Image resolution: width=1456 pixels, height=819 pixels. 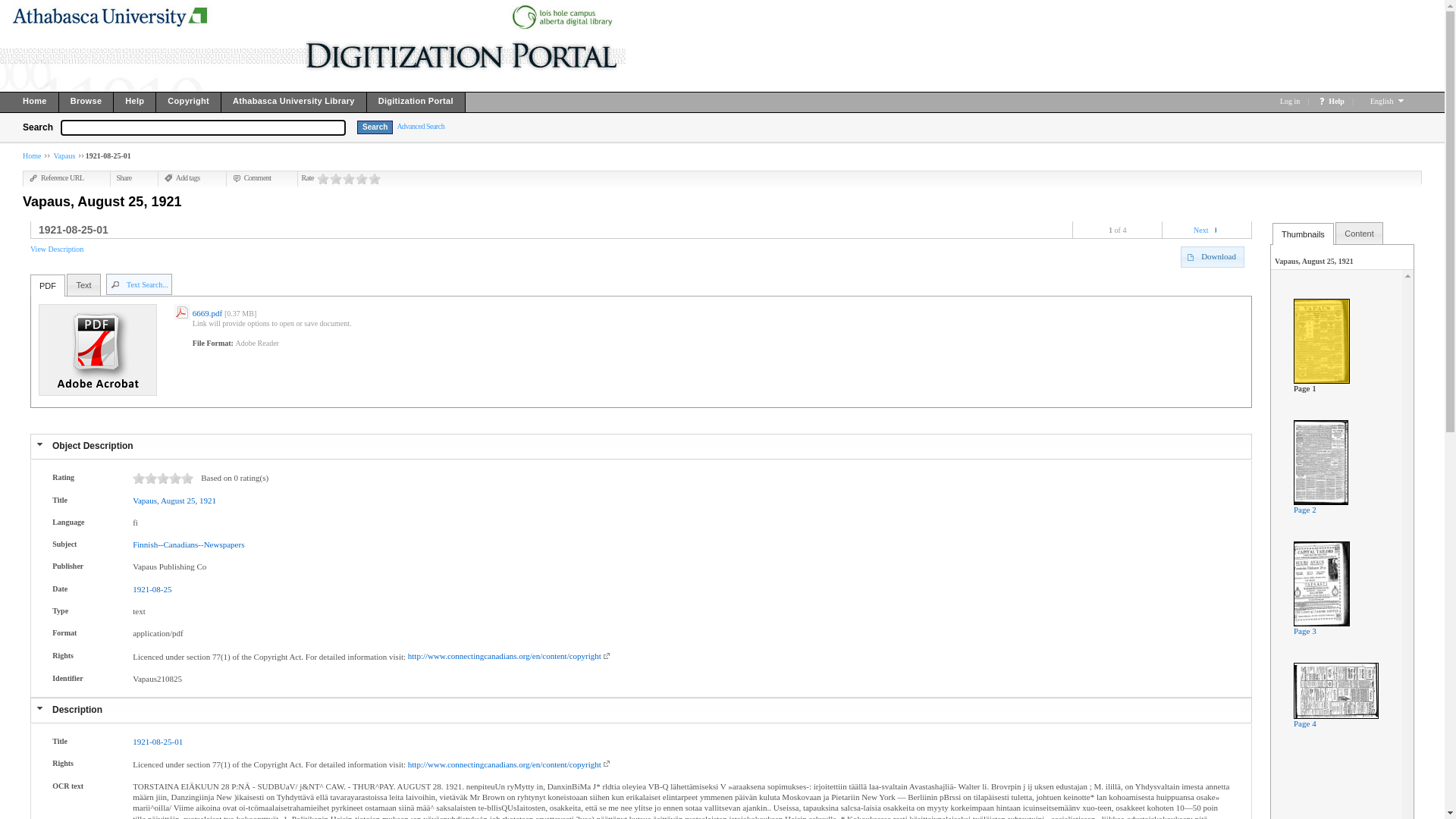 What do you see at coordinates (86, 103) in the screenshot?
I see `'Browse'` at bounding box center [86, 103].